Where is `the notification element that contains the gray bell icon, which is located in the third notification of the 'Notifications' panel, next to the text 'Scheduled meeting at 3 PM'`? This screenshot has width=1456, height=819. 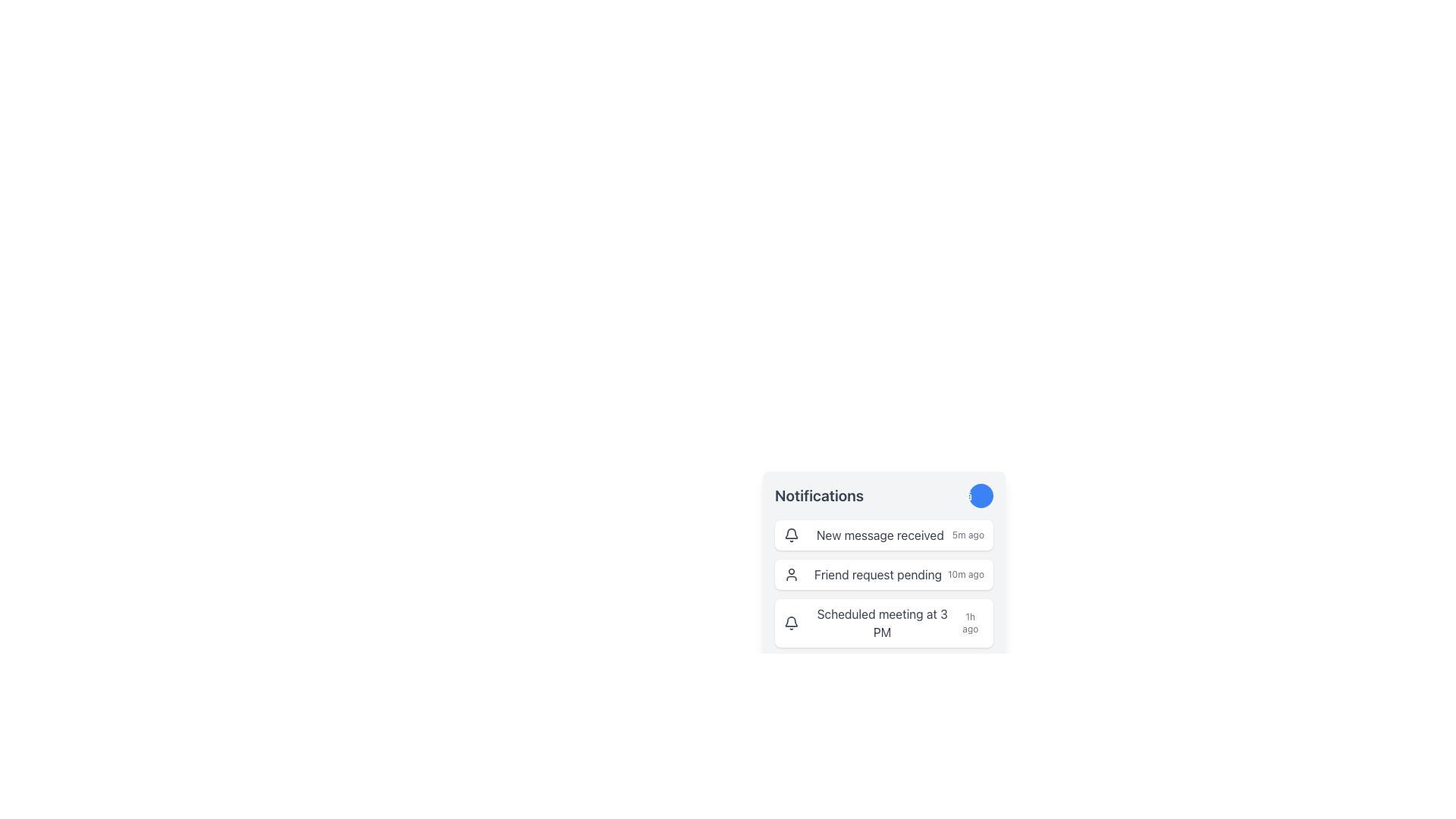
the notification element that contains the gray bell icon, which is located in the third notification of the 'Notifications' panel, next to the text 'Scheduled meeting at 3 PM' is located at coordinates (790, 623).